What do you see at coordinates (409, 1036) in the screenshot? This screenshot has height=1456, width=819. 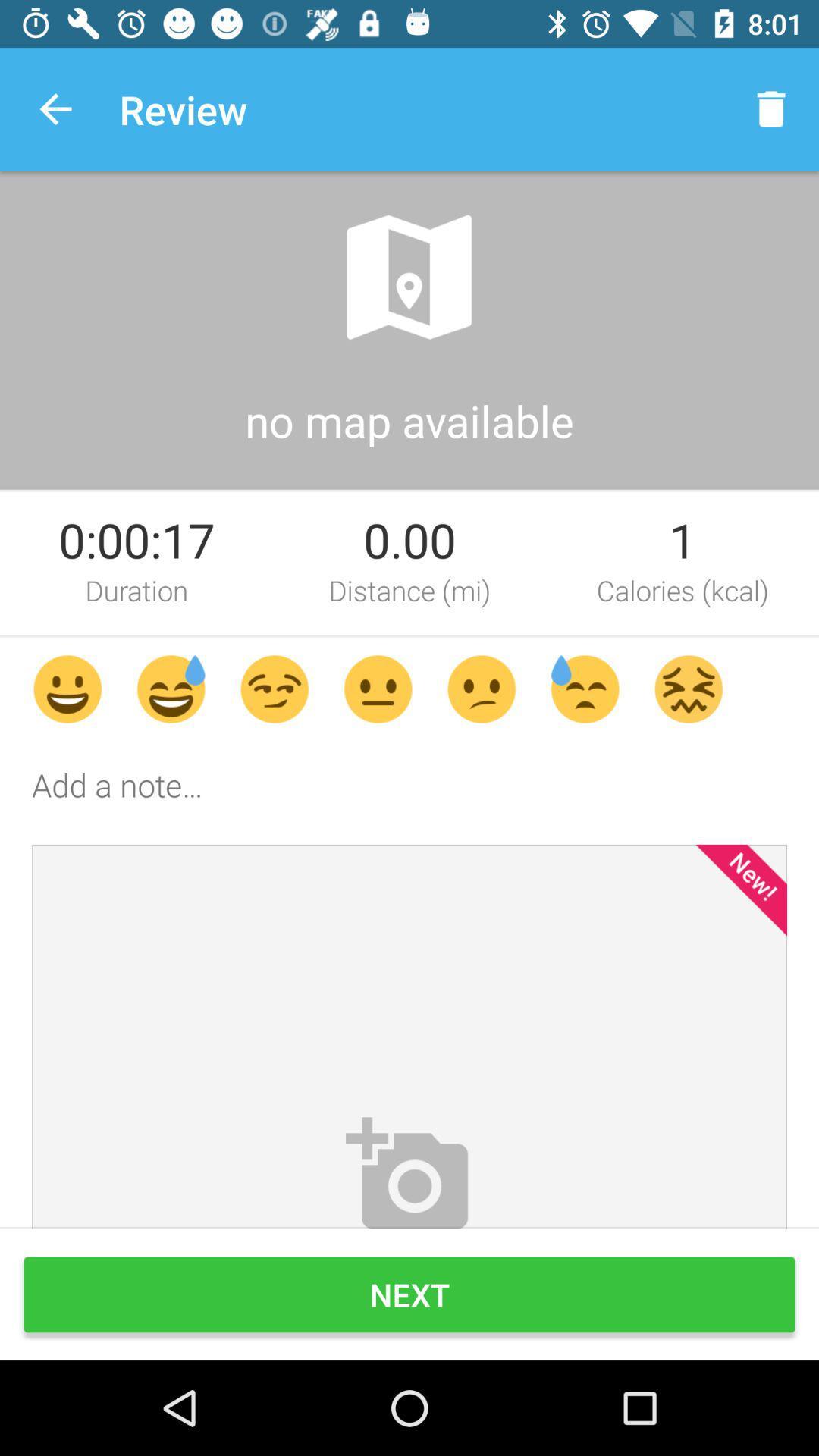 I see `the image above next` at bounding box center [409, 1036].